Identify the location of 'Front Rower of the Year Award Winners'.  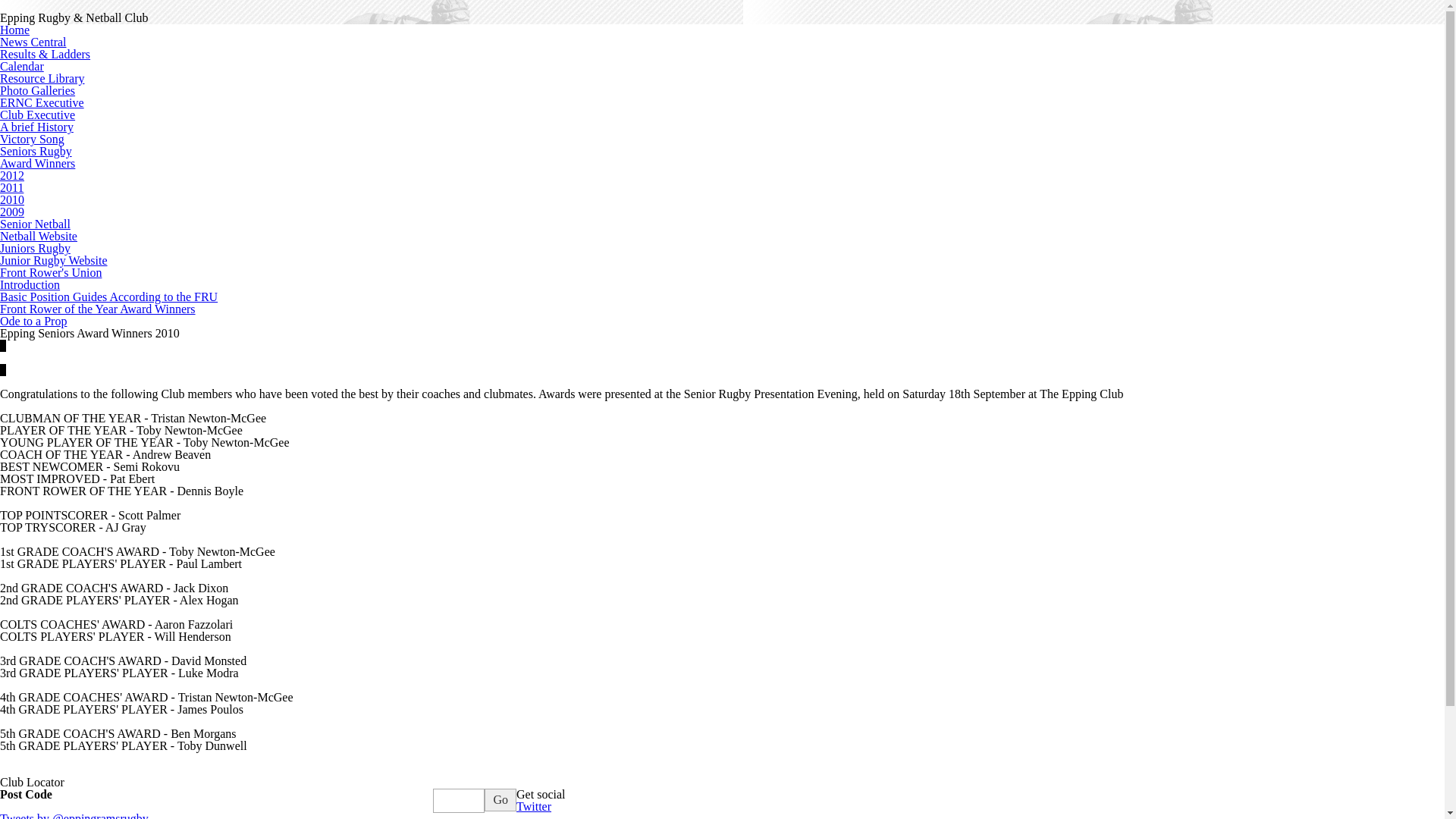
(0, 308).